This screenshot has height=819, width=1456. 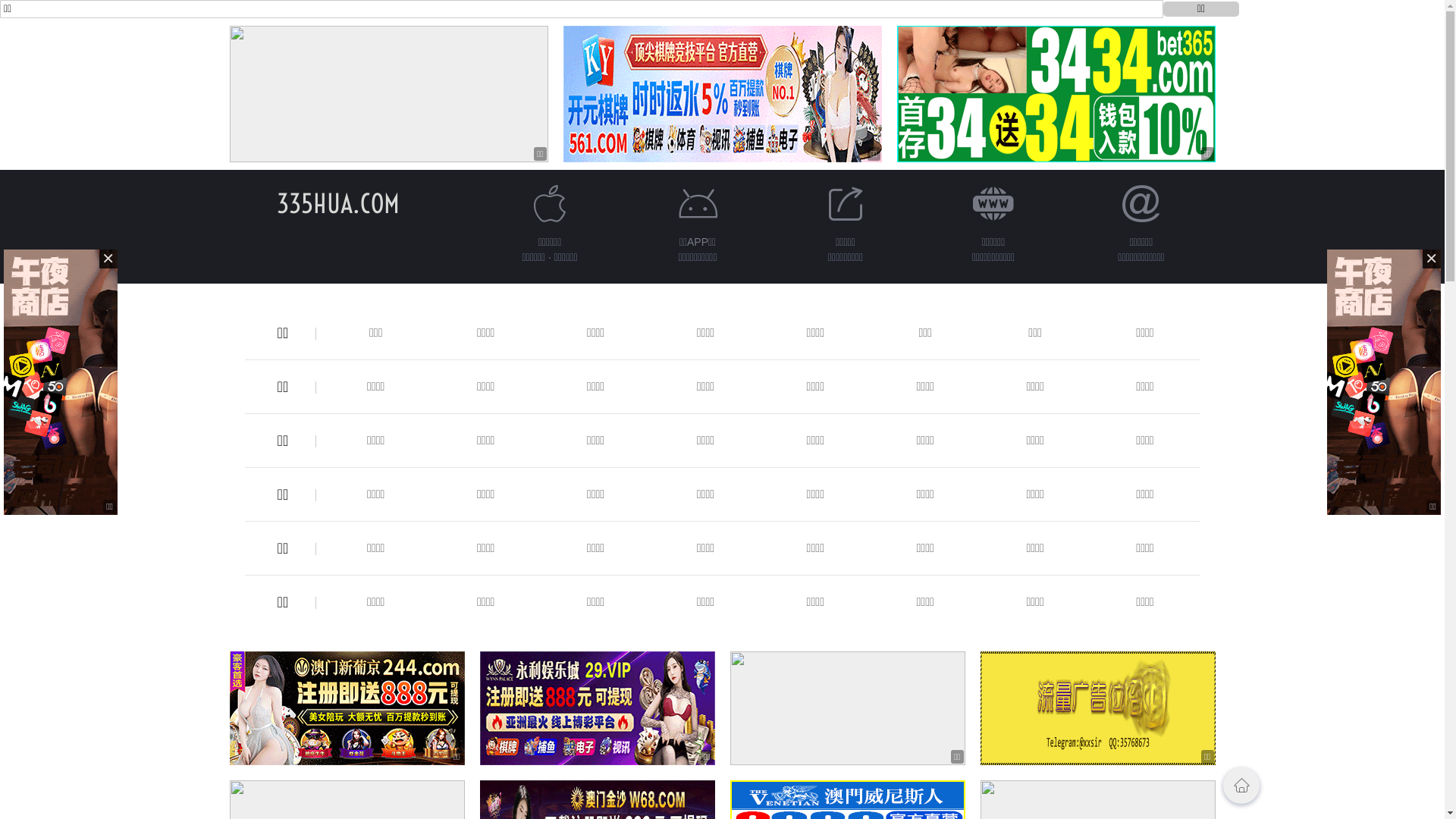 I want to click on '335HUA.COM', so click(x=276, y=202).